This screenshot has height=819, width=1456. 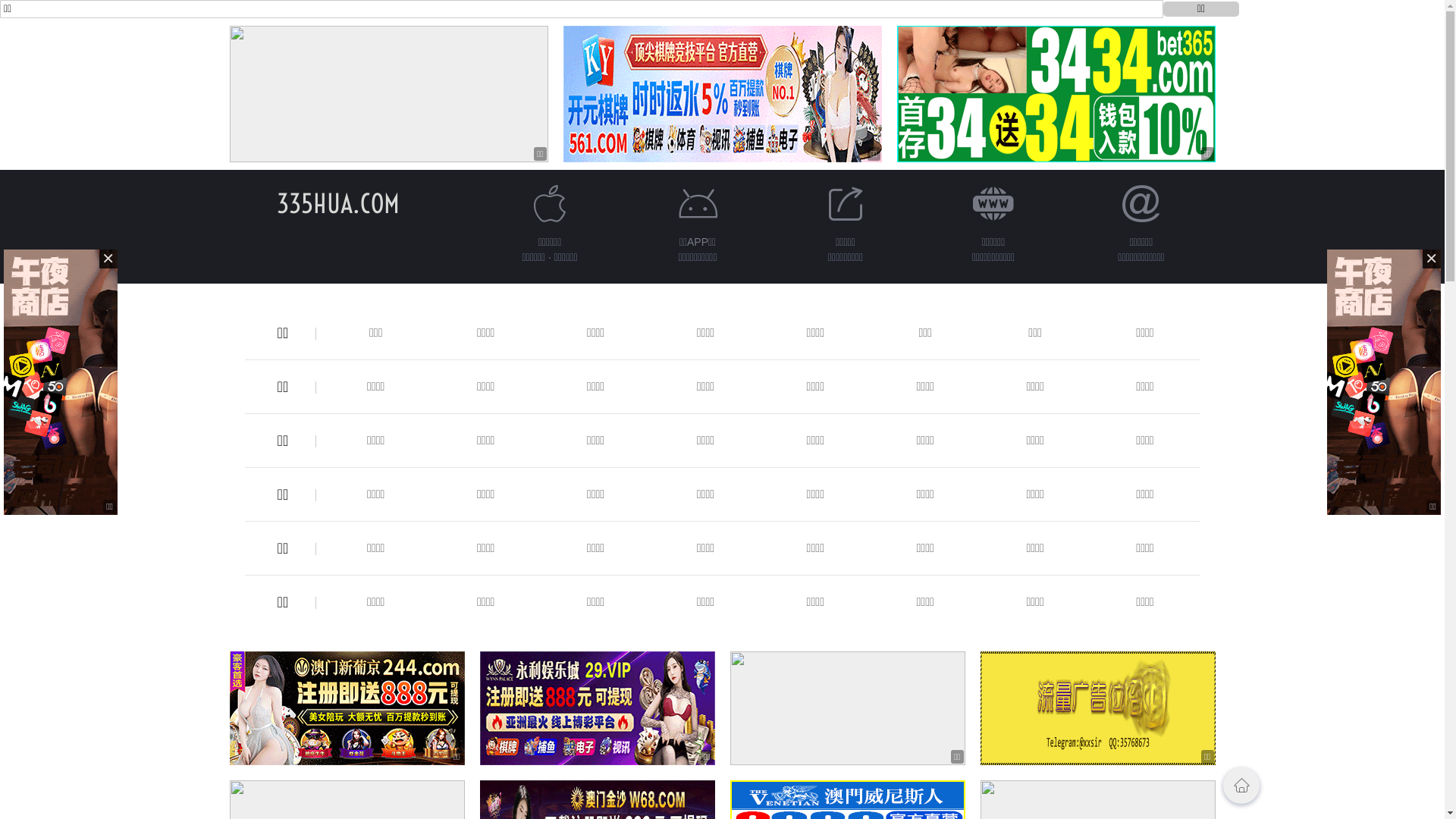 I want to click on '335HUA.COM', so click(x=276, y=202).